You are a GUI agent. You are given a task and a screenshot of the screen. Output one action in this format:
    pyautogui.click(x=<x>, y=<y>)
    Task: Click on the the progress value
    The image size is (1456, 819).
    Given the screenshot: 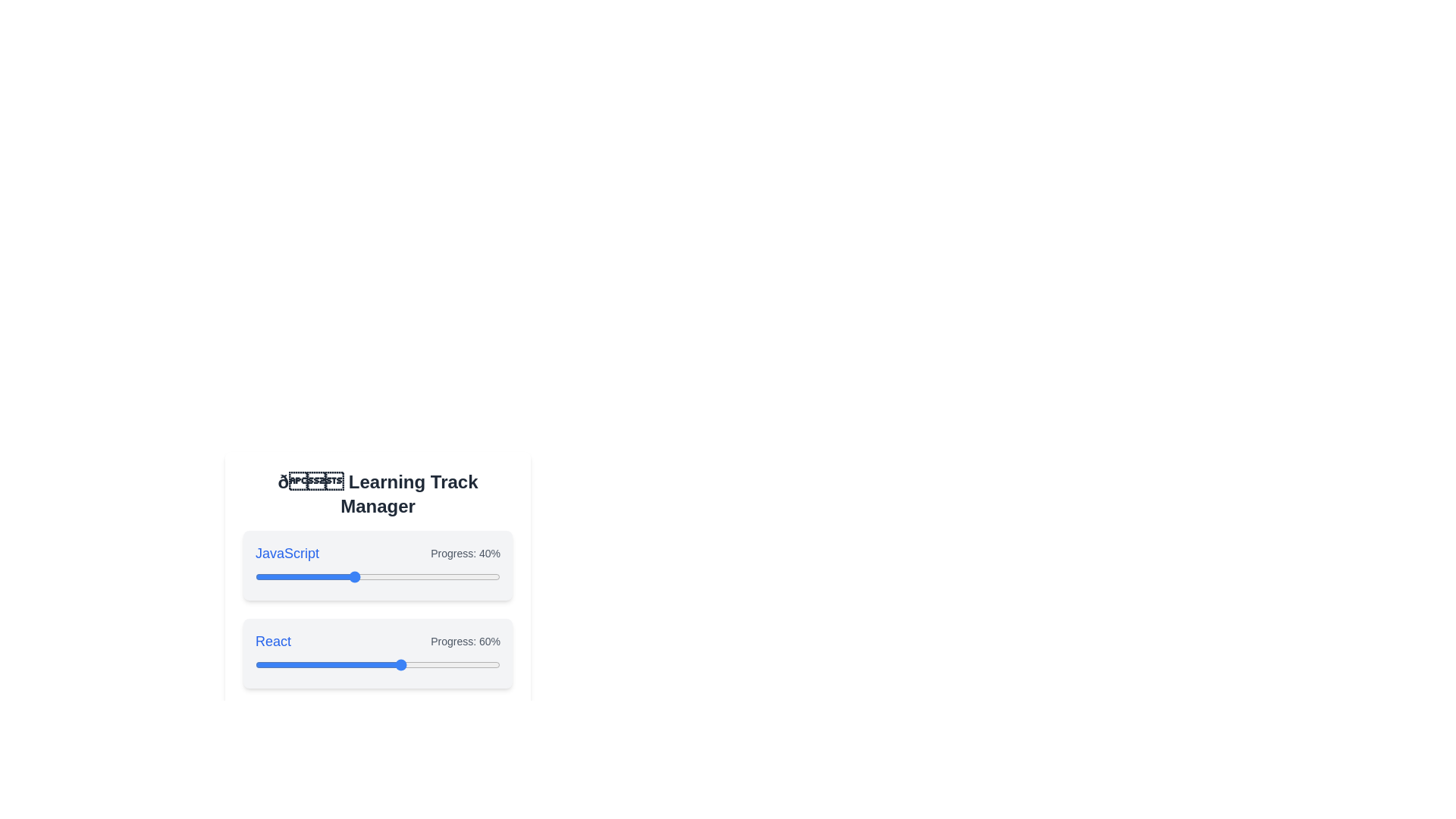 What is the action you would take?
    pyautogui.click(x=453, y=664)
    